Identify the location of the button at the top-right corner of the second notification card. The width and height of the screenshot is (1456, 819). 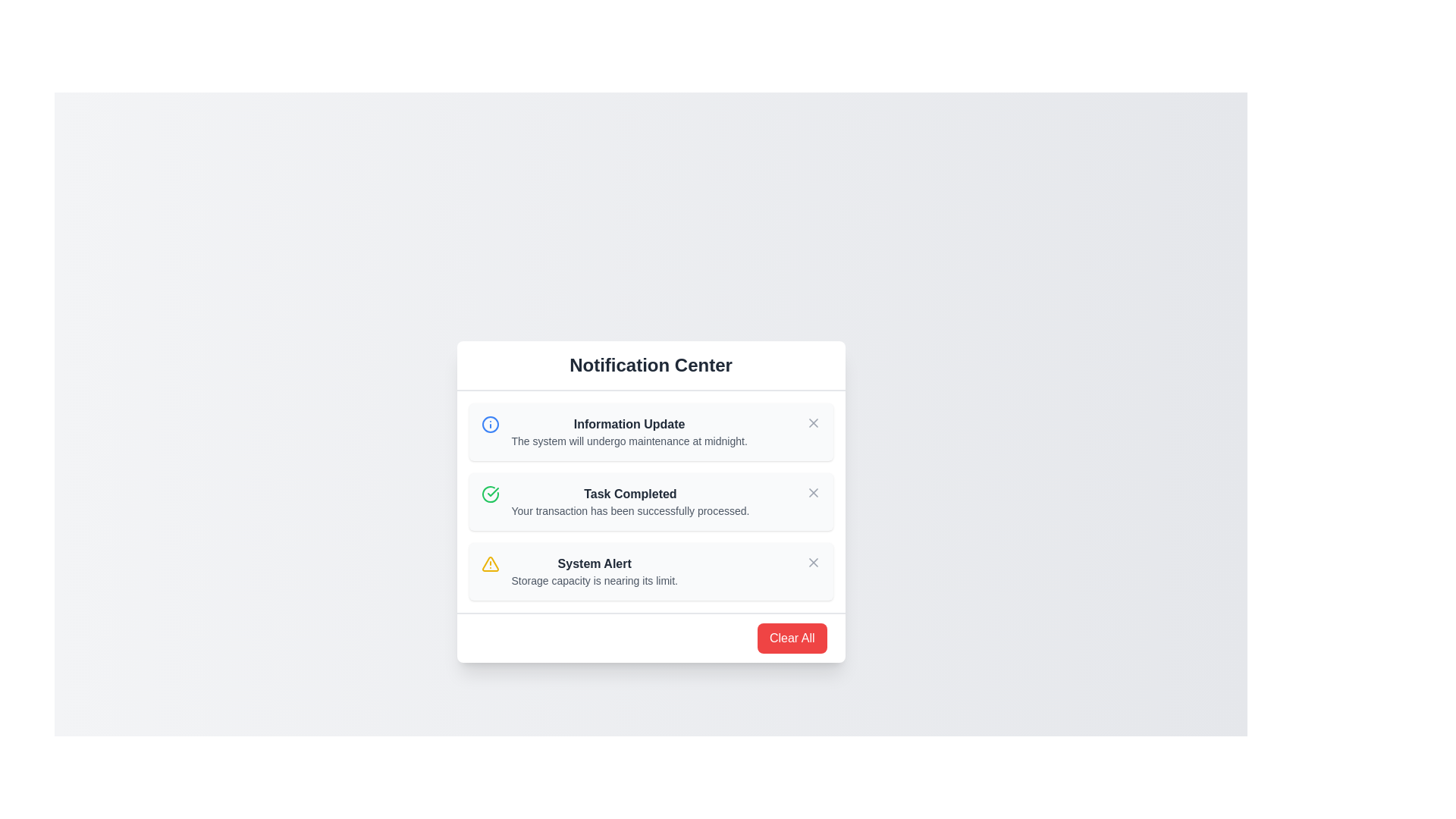
(812, 493).